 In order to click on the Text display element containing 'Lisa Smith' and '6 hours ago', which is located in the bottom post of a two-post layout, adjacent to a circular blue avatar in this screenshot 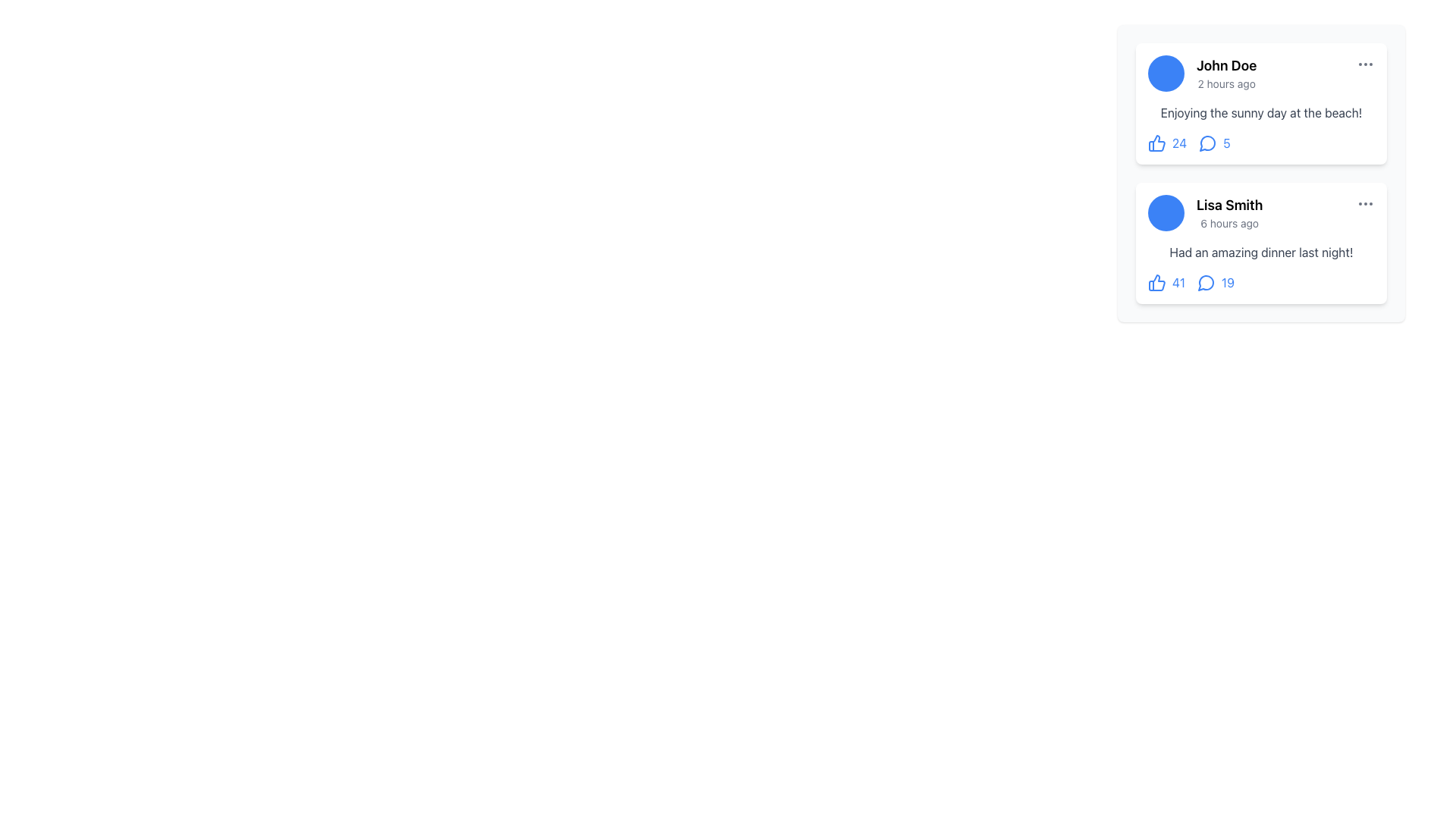, I will do `click(1229, 213)`.